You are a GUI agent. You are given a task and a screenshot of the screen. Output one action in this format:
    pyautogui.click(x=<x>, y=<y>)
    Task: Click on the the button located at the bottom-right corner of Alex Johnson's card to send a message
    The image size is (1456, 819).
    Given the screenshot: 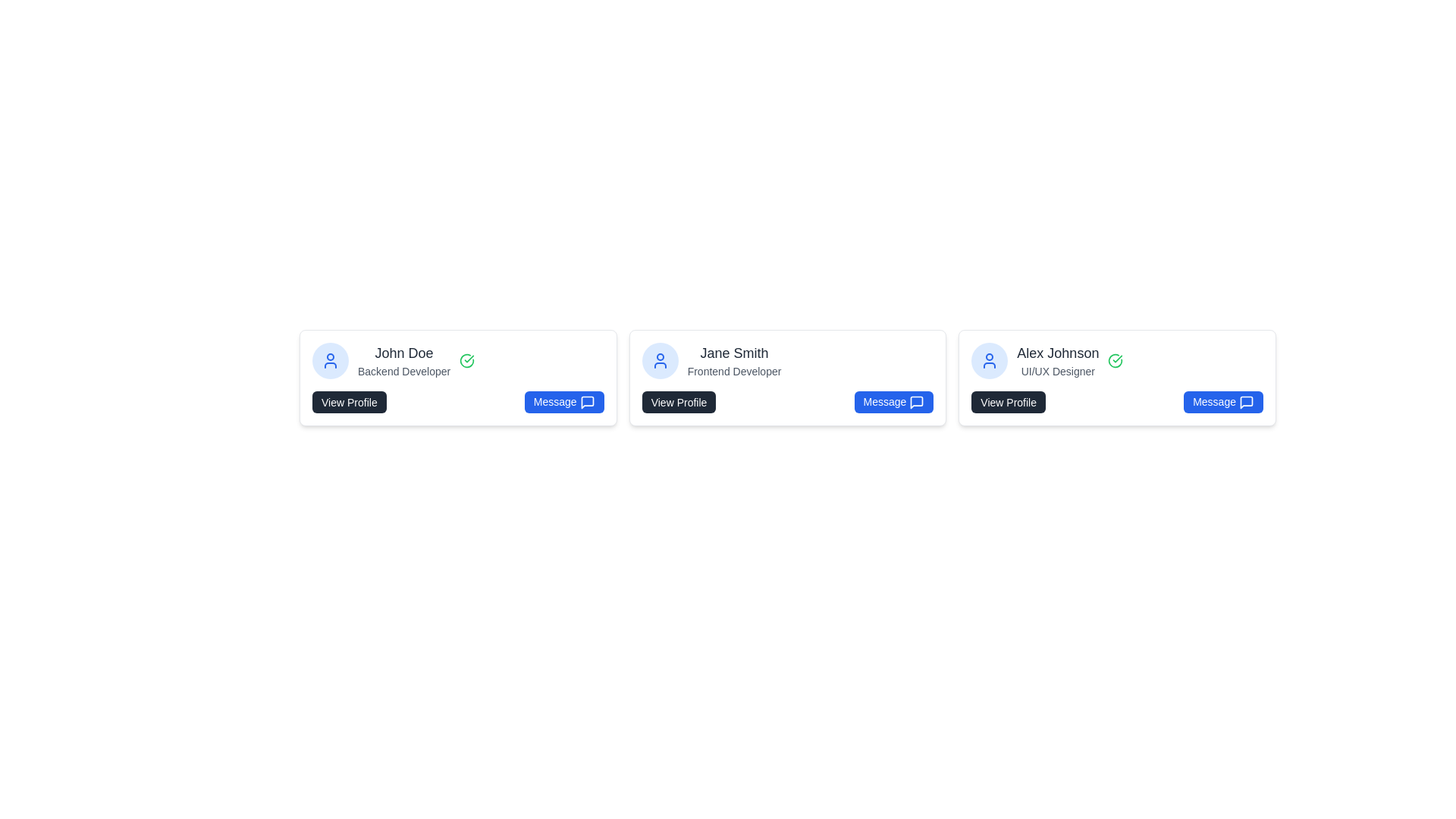 What is the action you would take?
    pyautogui.click(x=1223, y=401)
    